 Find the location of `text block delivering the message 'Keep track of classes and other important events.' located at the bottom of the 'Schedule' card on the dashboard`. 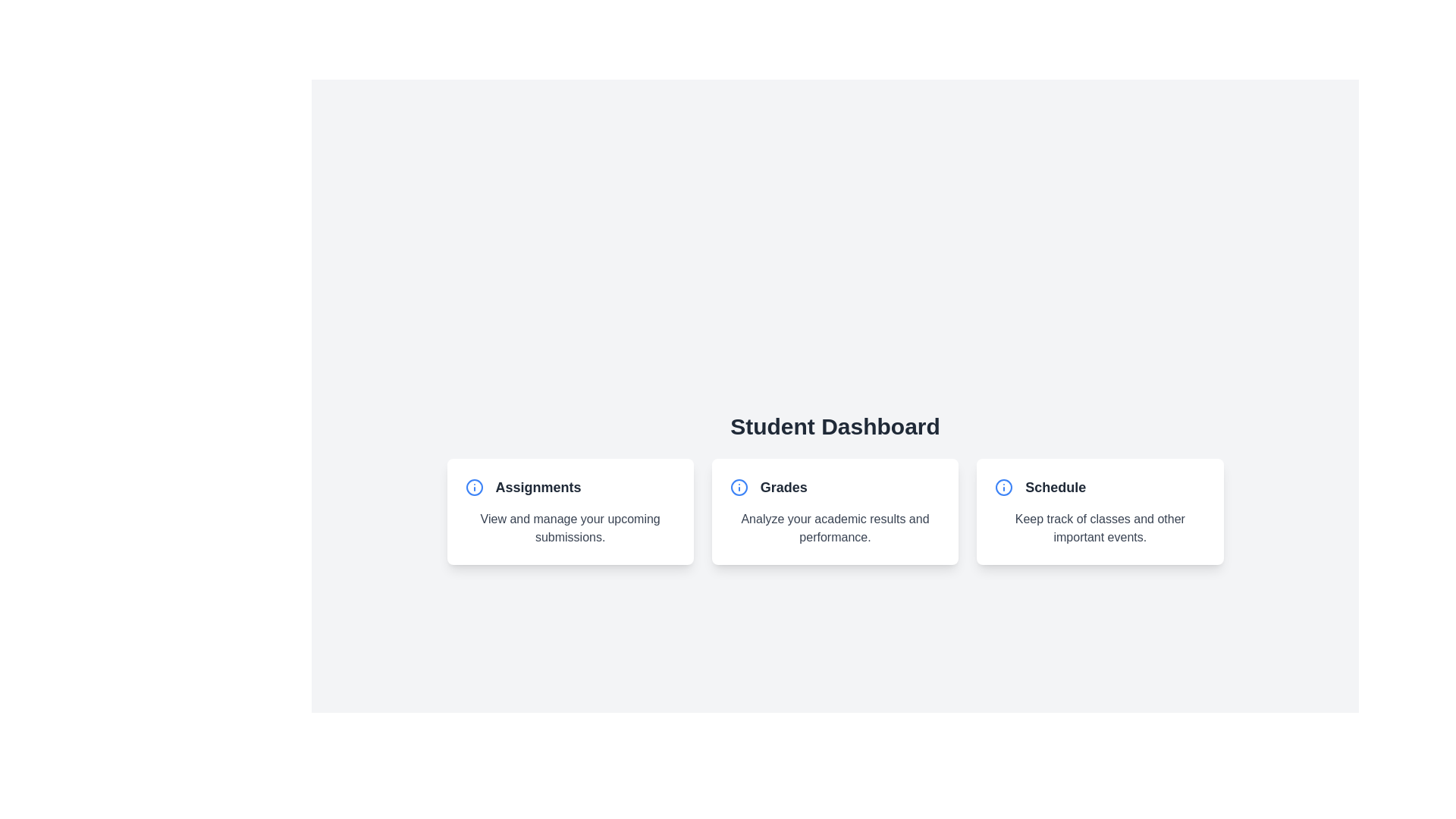

text block delivering the message 'Keep track of classes and other important events.' located at the bottom of the 'Schedule' card on the dashboard is located at coordinates (1100, 528).